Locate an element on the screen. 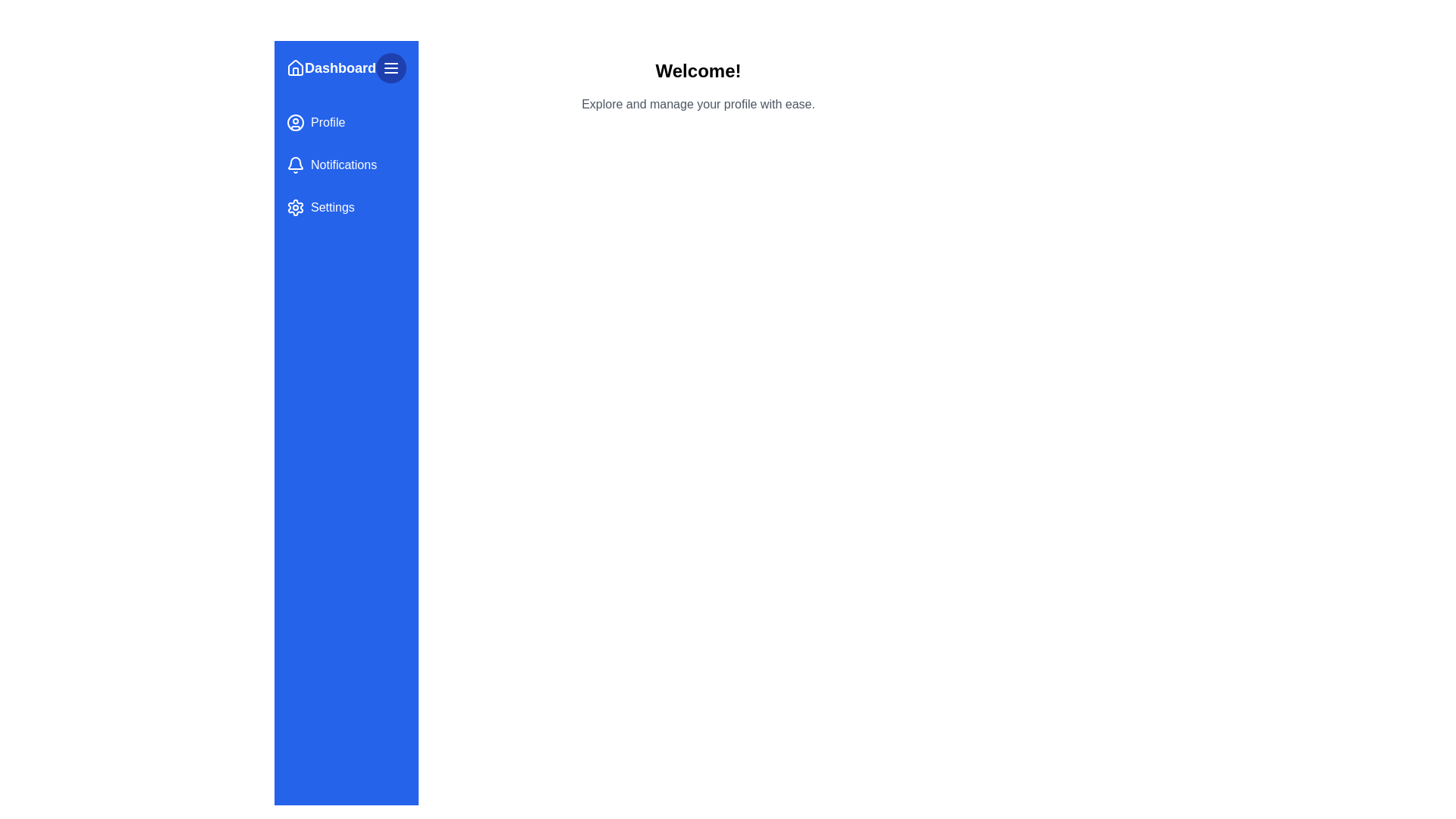  the 'Notifications' menu item, which features a bell icon and is located in the middle section of the vertical menu on the left, below the 'Profile' item and above the 'Settings' item is located at coordinates (345, 165).